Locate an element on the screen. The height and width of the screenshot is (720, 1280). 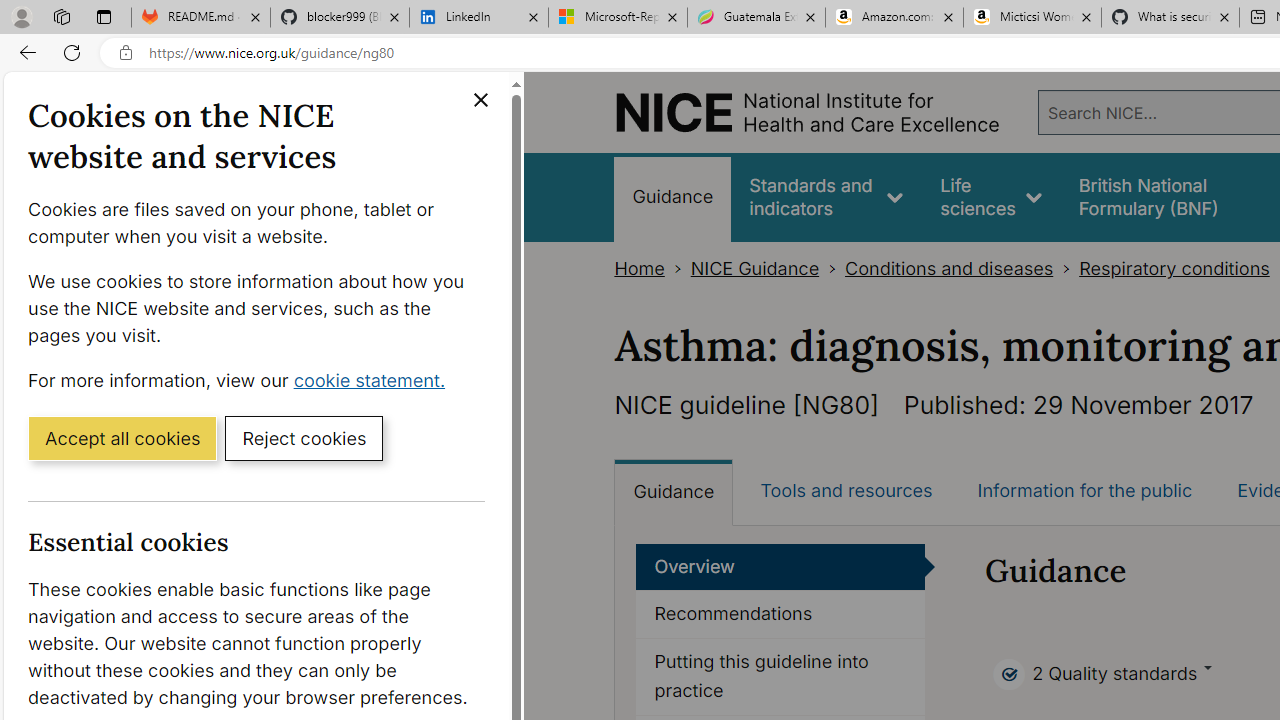
'Reject cookies' is located at coordinates (303, 436).